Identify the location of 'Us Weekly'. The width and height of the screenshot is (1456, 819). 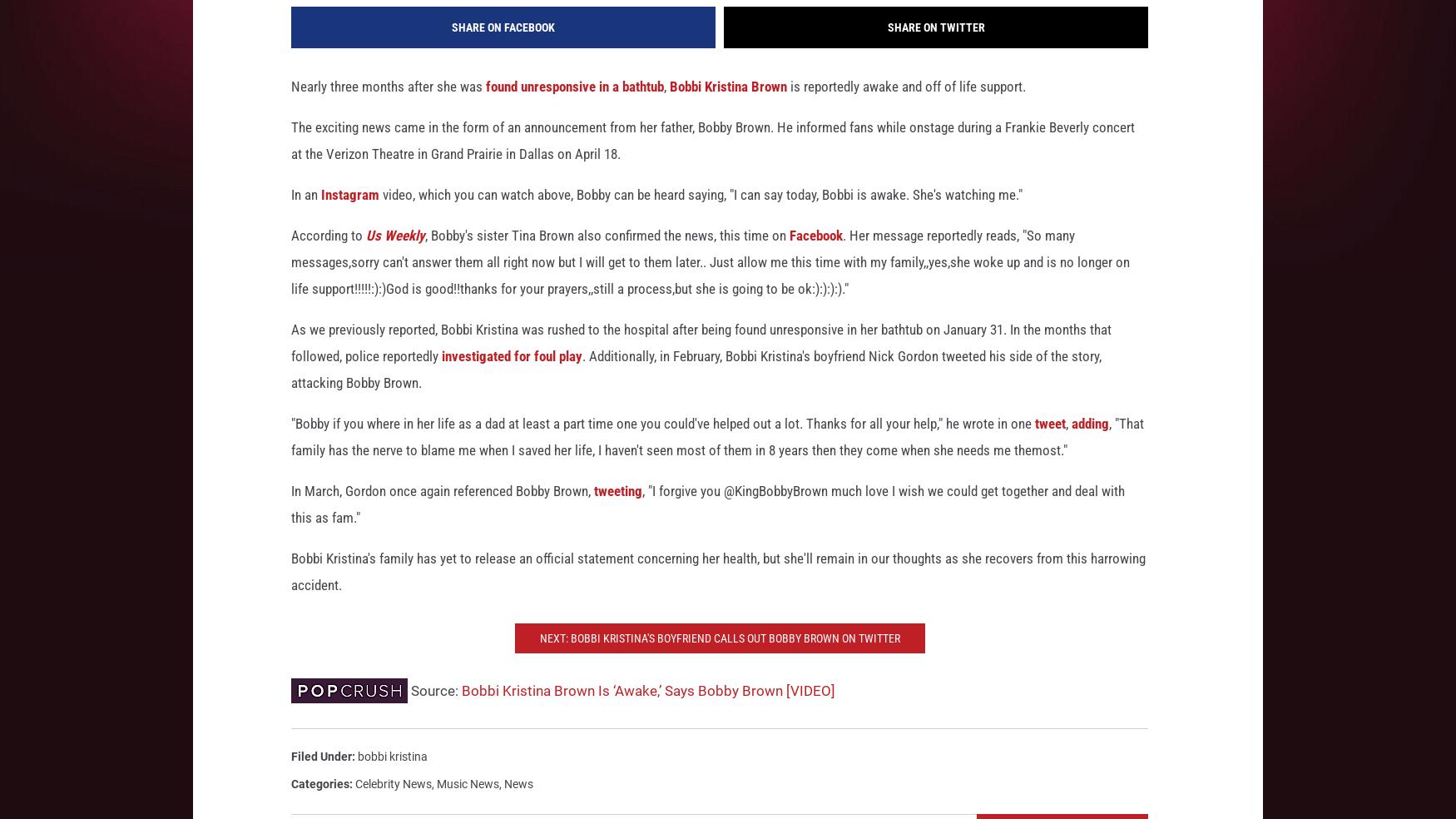
(395, 256).